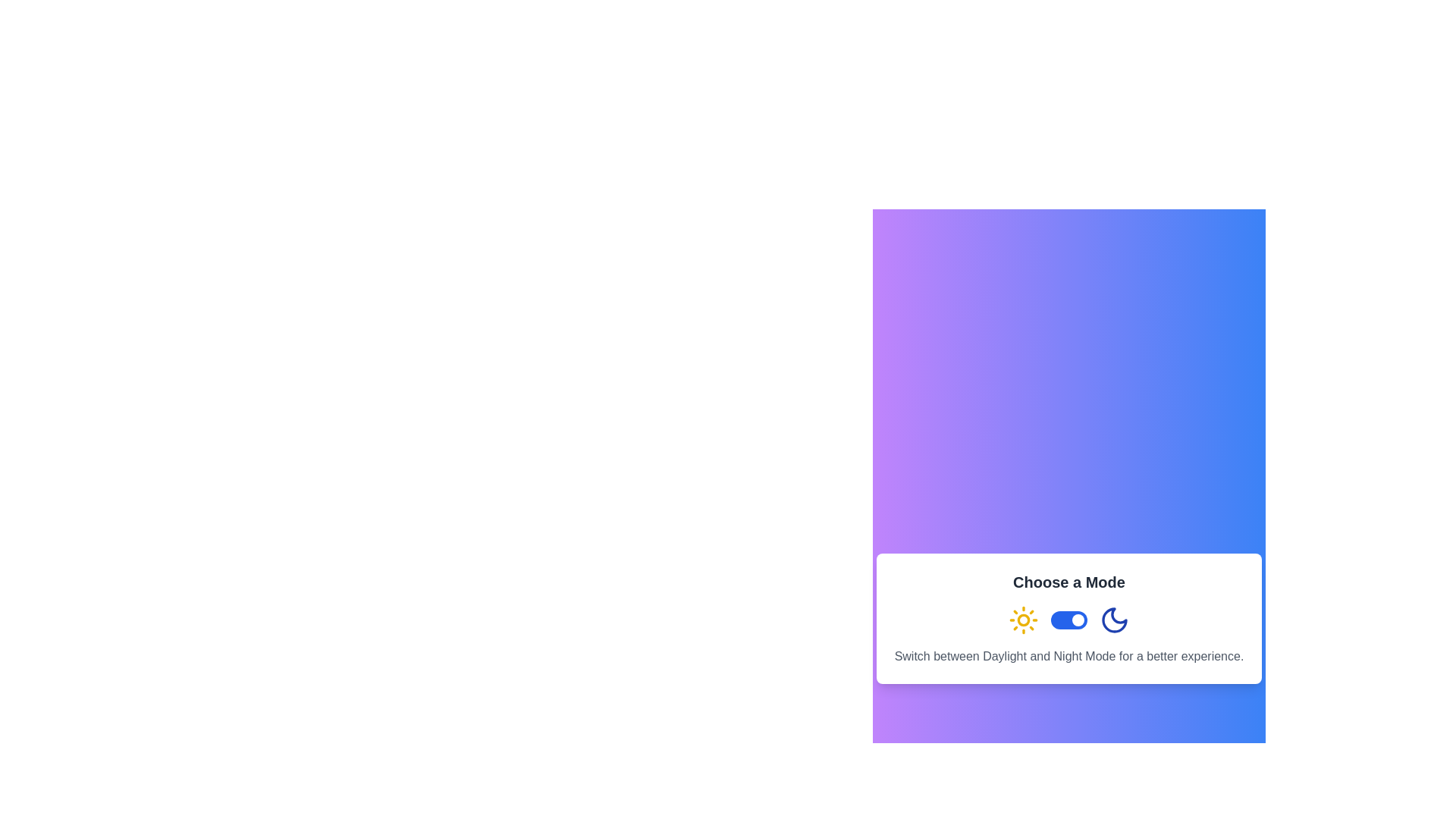 This screenshot has width=1456, height=819. I want to click on the night mode indicator icon located to the immediate right of the toggle switch, so click(1114, 620).